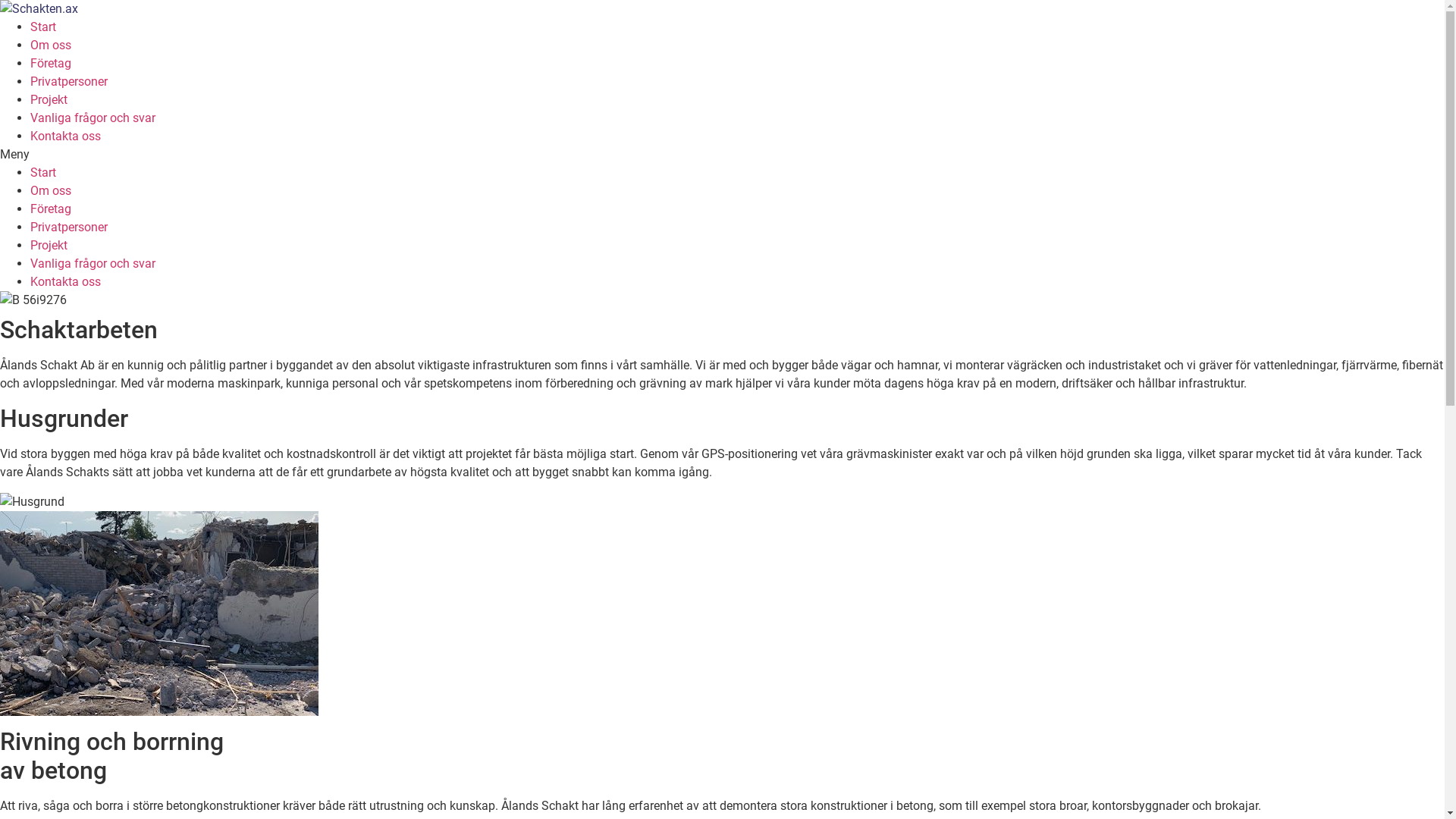 This screenshot has height=819, width=1456. Describe the element at coordinates (43, 27) in the screenshot. I see `'Start'` at that location.